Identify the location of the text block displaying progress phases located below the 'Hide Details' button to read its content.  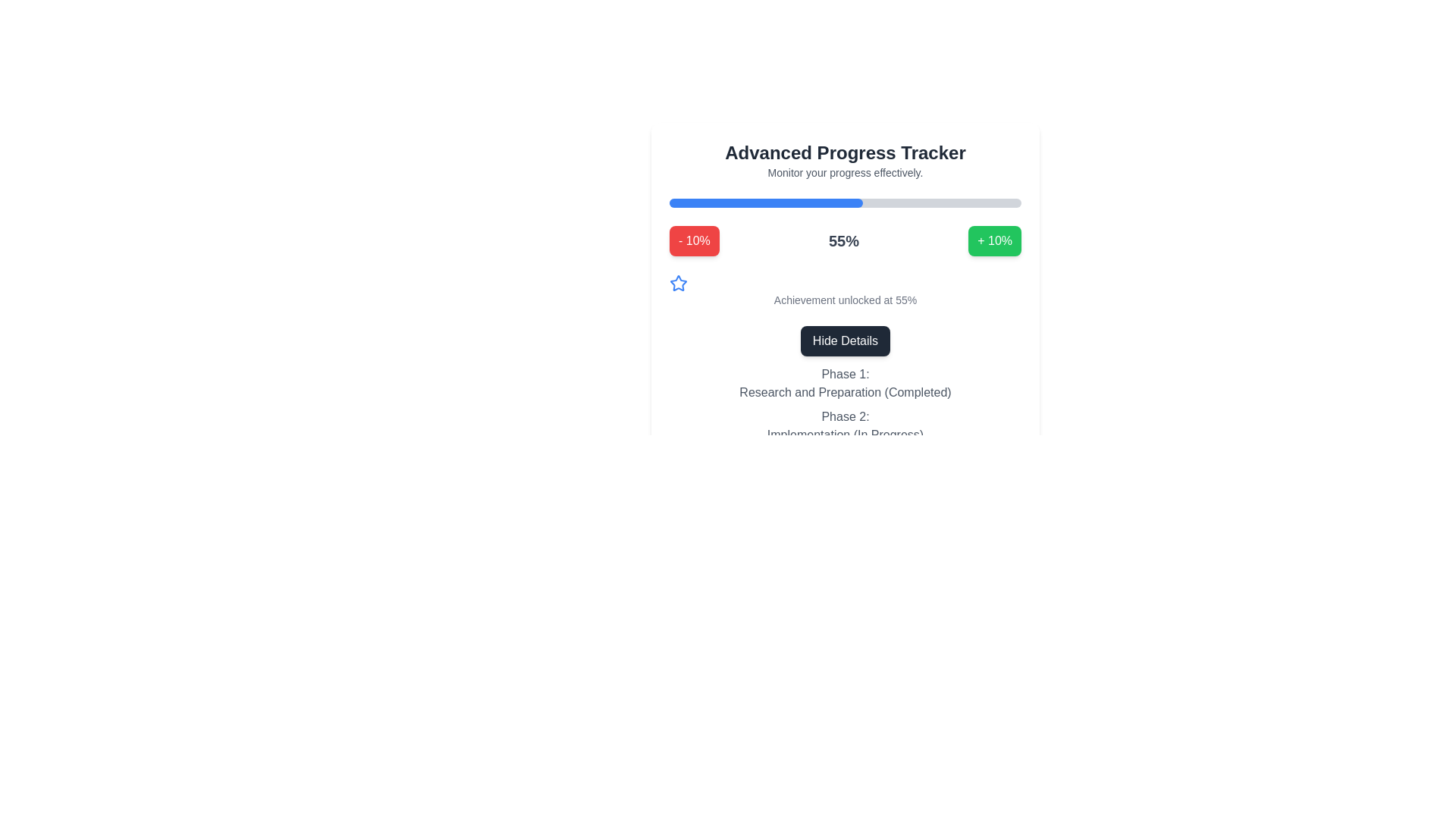
(844, 406).